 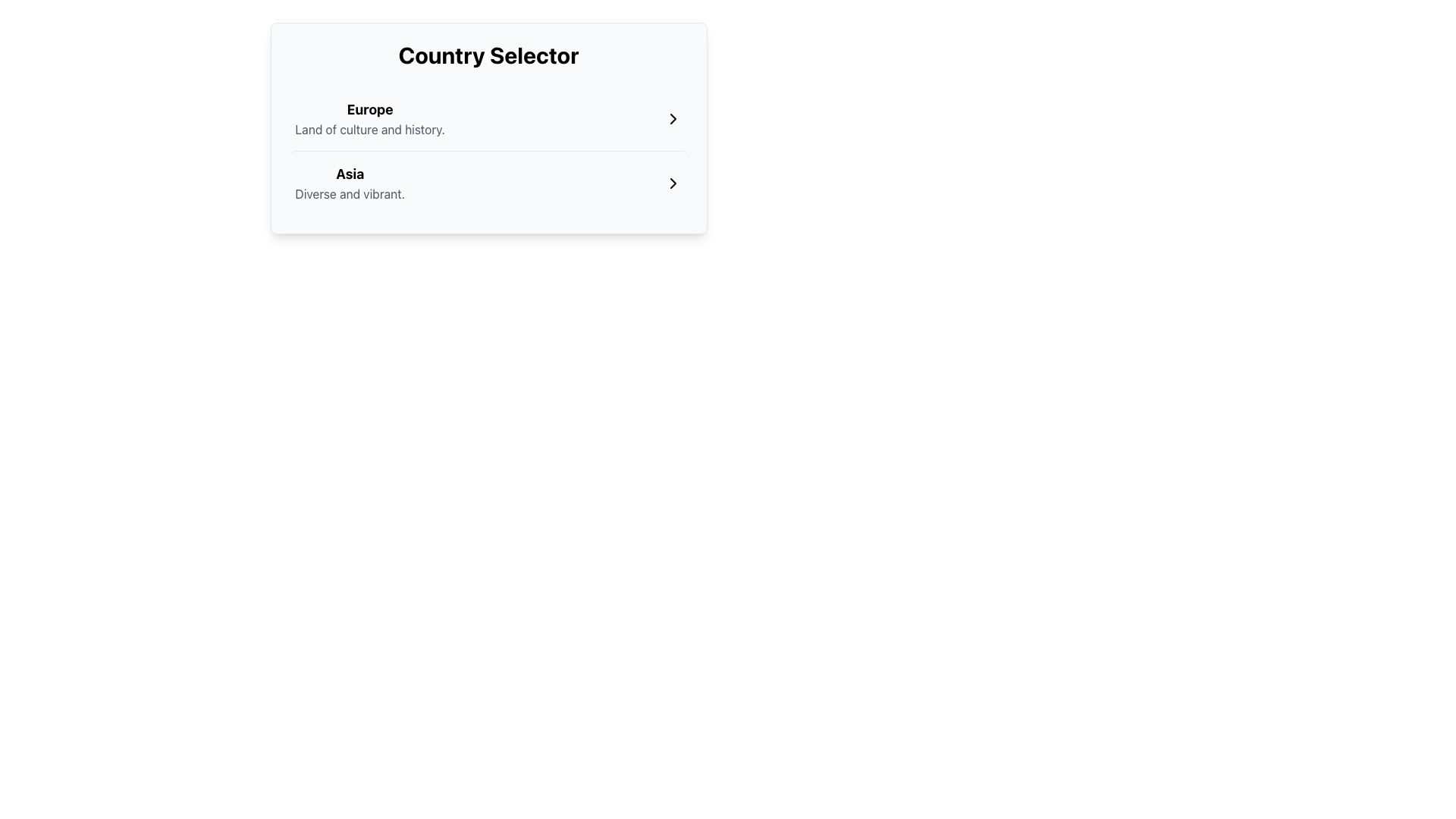 What do you see at coordinates (672, 118) in the screenshot?
I see `the navigational icon on the far right of the 'Europe' category` at bounding box center [672, 118].